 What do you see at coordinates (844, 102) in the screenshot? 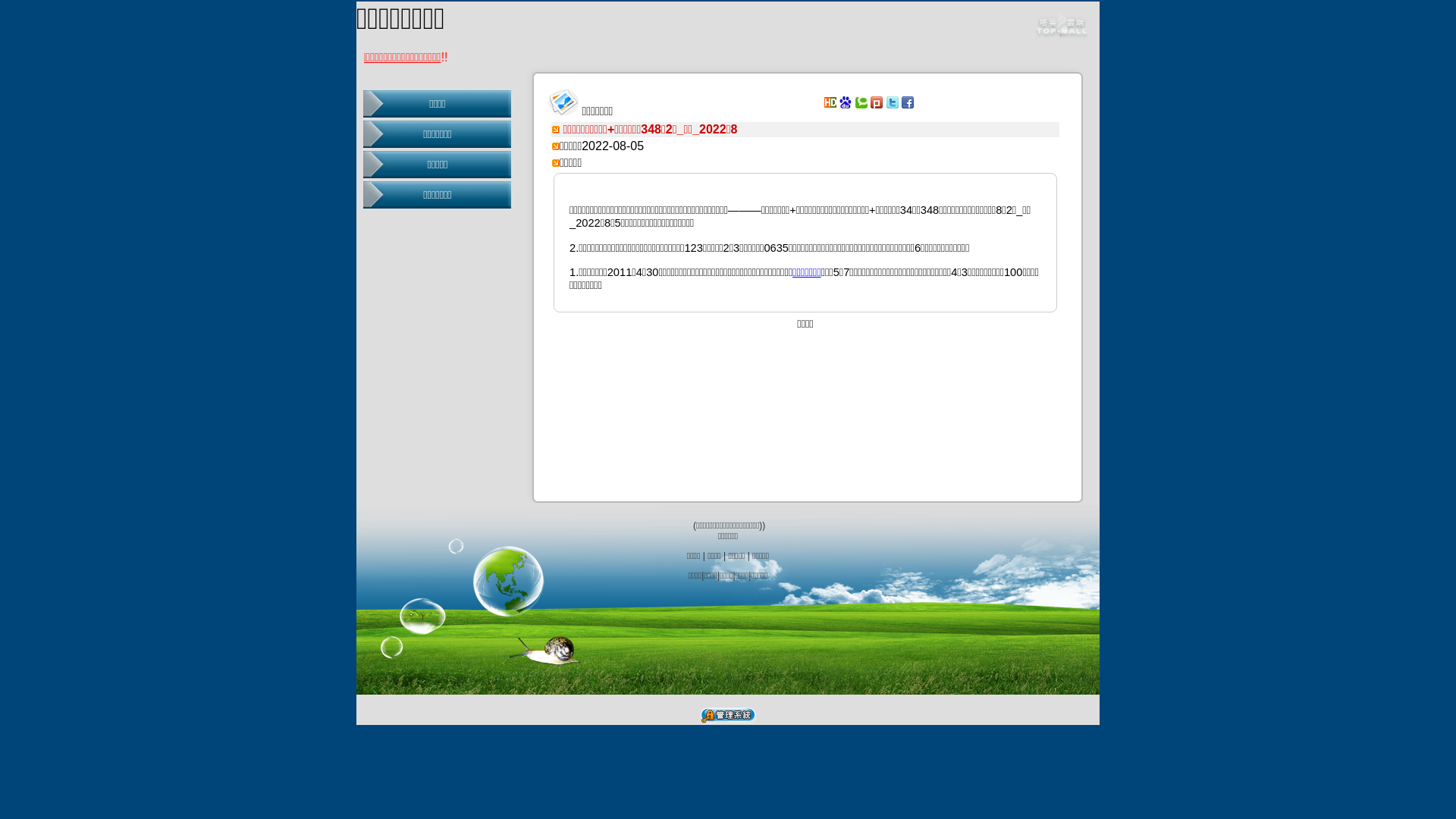
I see `'Baidu'` at bounding box center [844, 102].